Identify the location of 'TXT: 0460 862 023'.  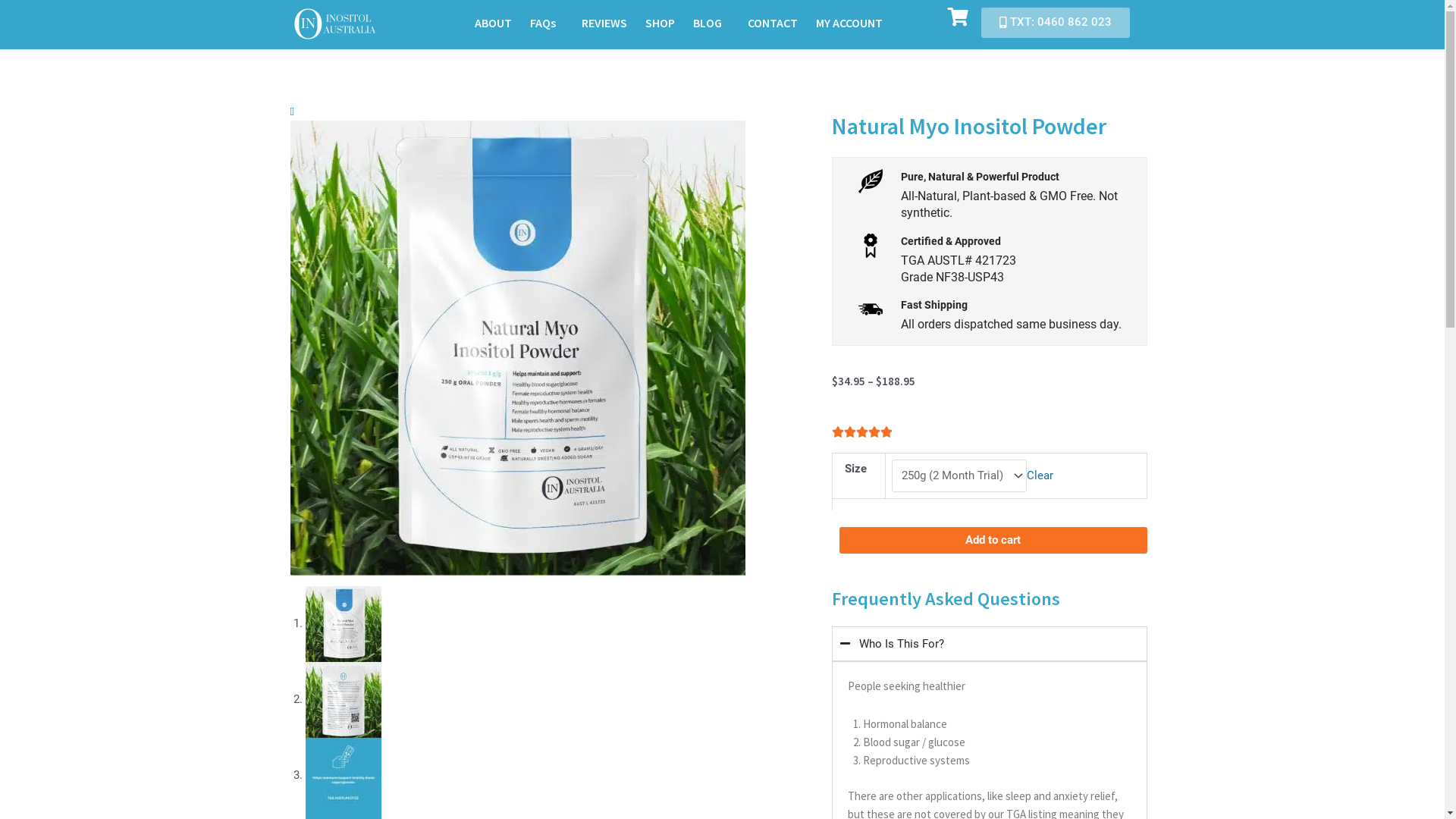
(981, 23).